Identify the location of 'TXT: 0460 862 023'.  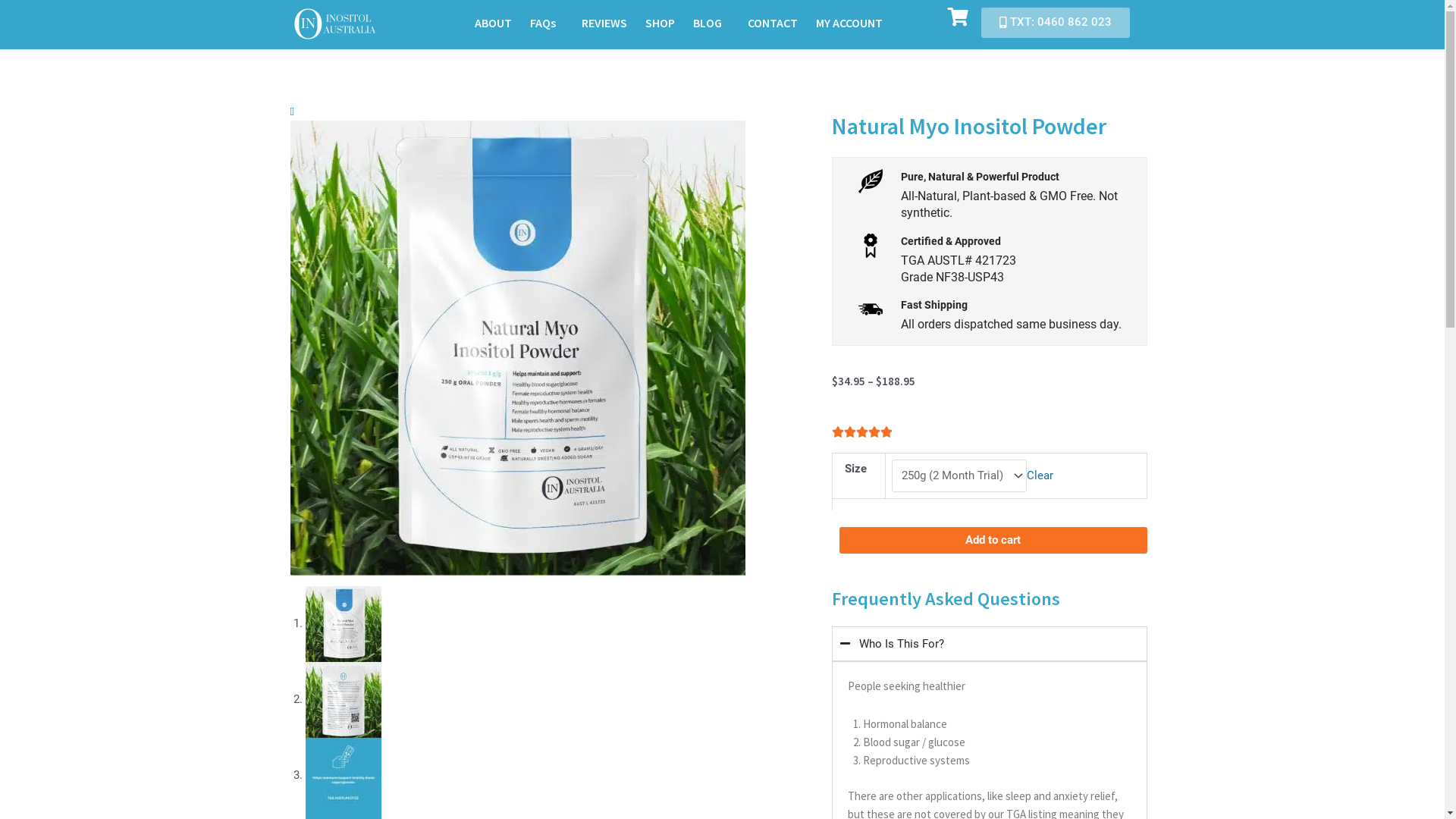
(981, 23).